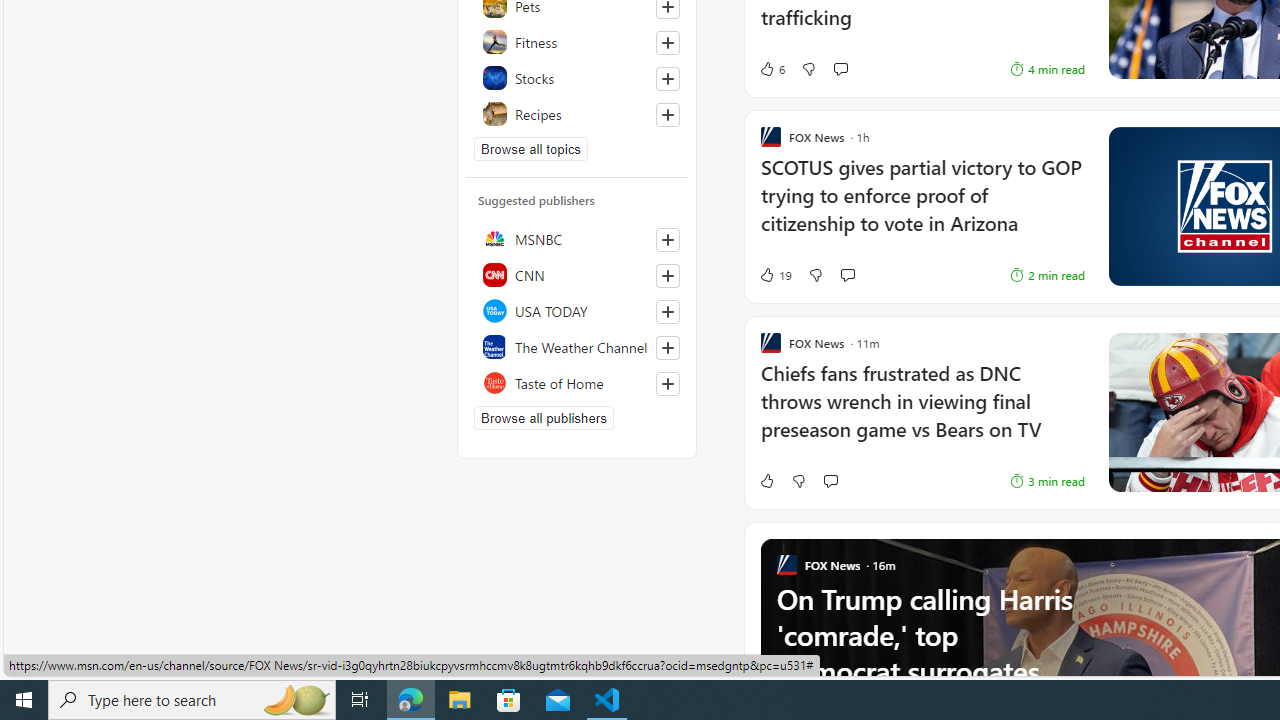  I want to click on 'Fitness', so click(576, 42).